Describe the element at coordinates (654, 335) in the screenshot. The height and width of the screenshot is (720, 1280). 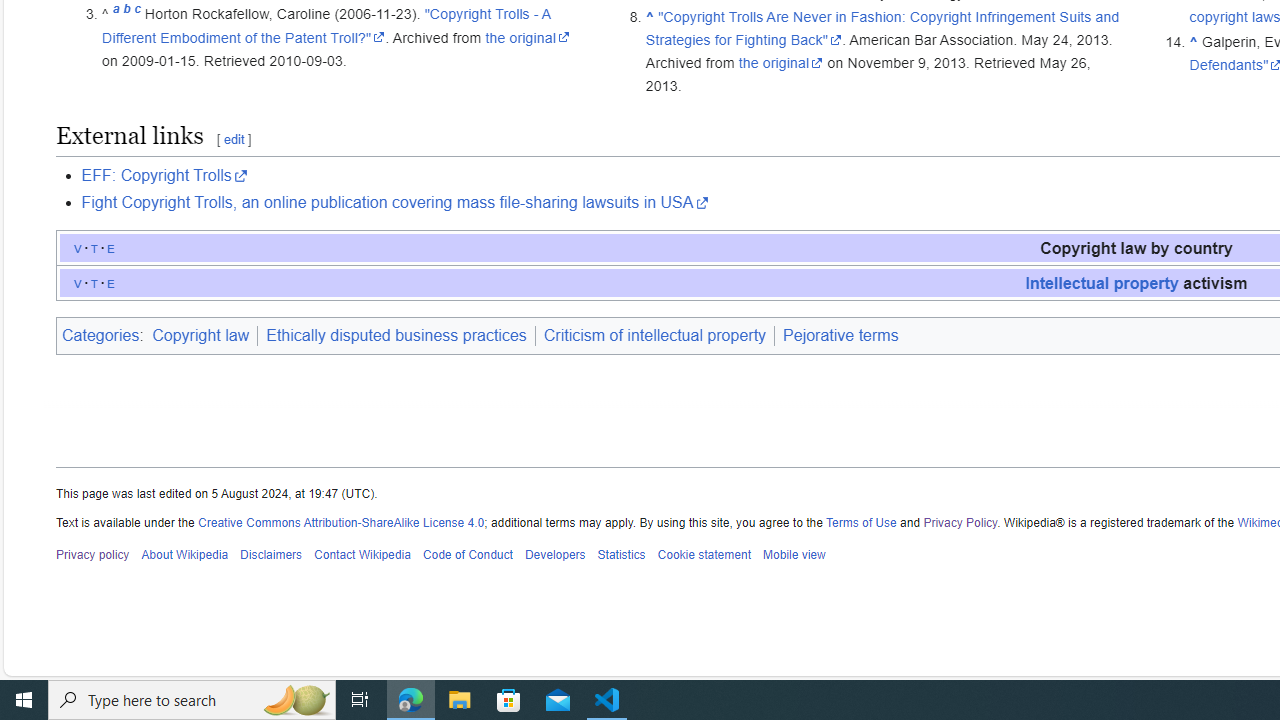
I see `'Criticism of intellectual property'` at that location.